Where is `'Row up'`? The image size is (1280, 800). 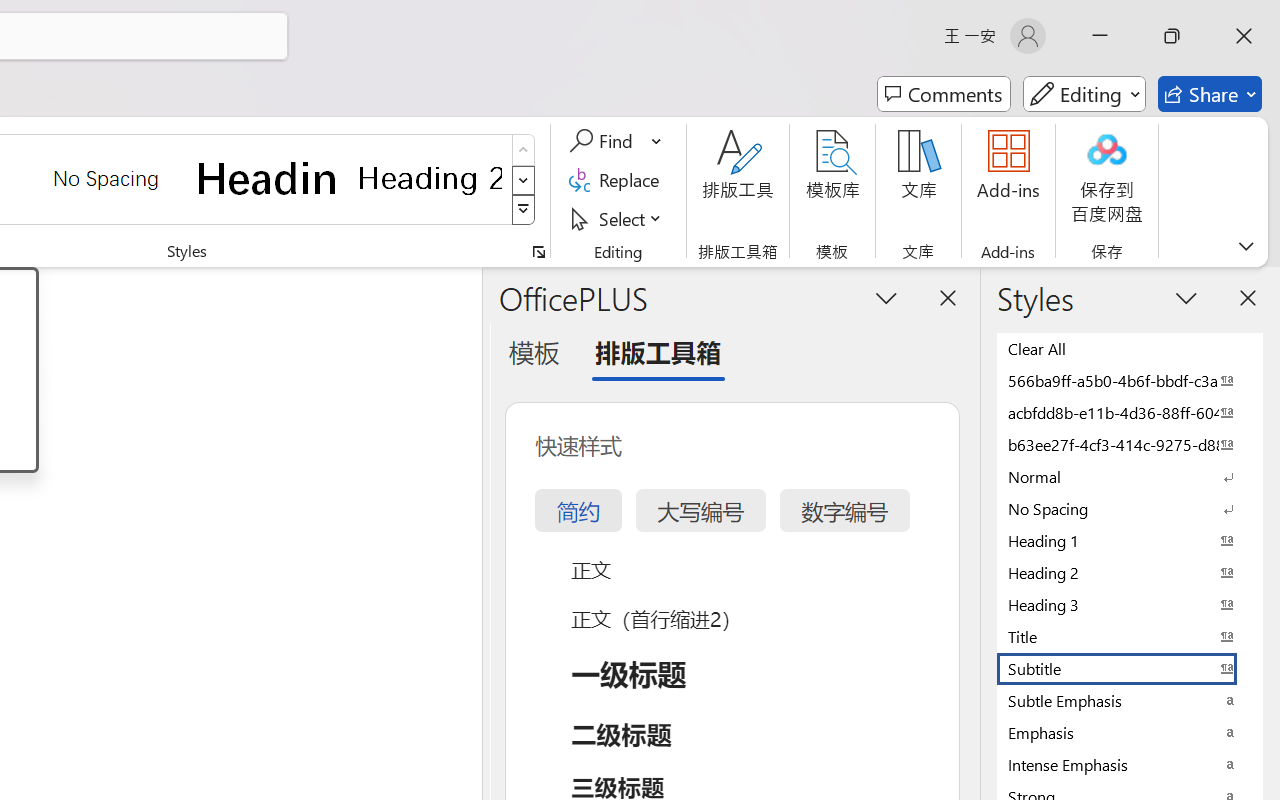
'Row up' is located at coordinates (523, 150).